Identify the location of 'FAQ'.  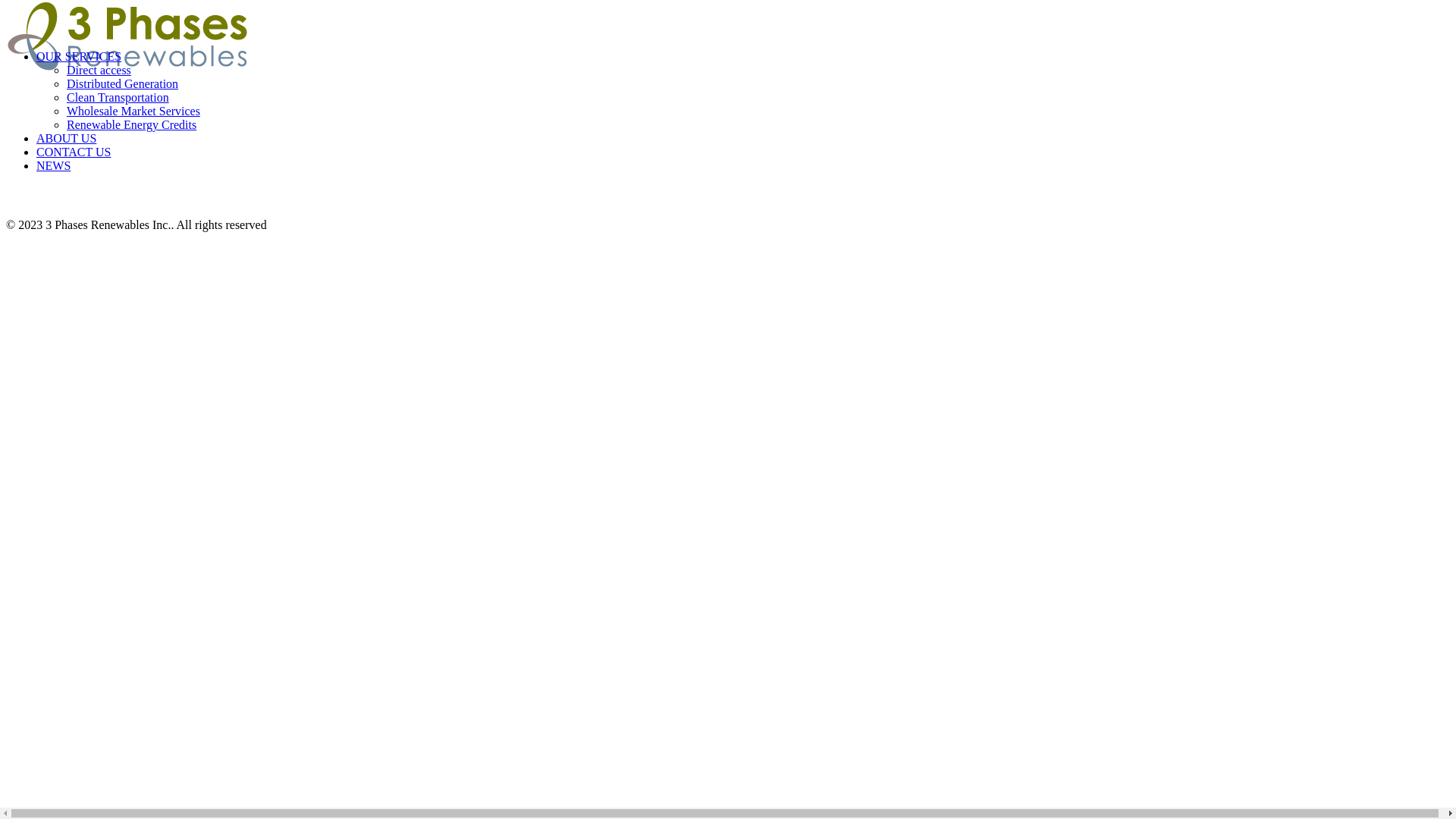
(734, 172).